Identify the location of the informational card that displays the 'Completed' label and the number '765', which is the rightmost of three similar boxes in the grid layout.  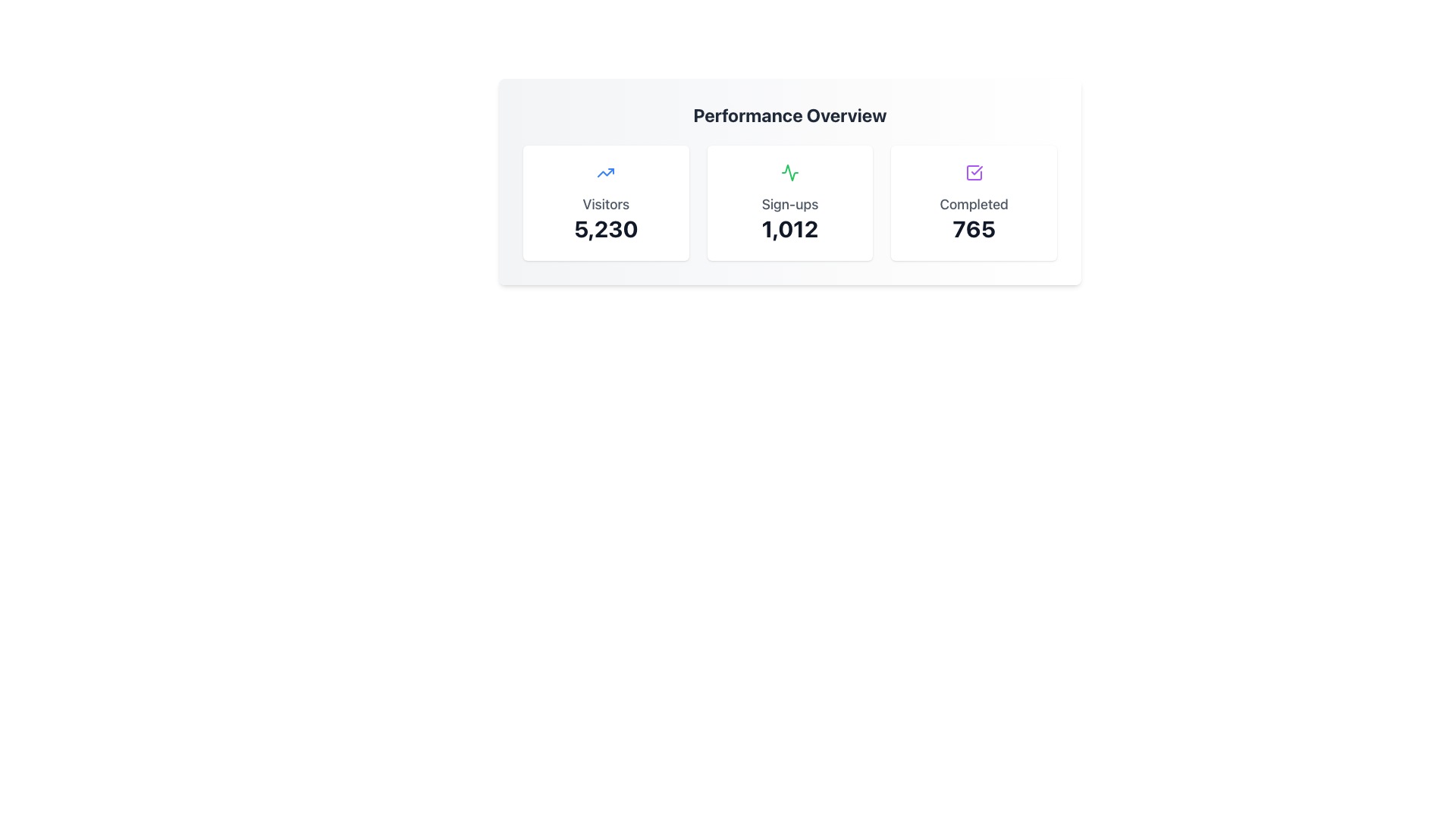
(974, 202).